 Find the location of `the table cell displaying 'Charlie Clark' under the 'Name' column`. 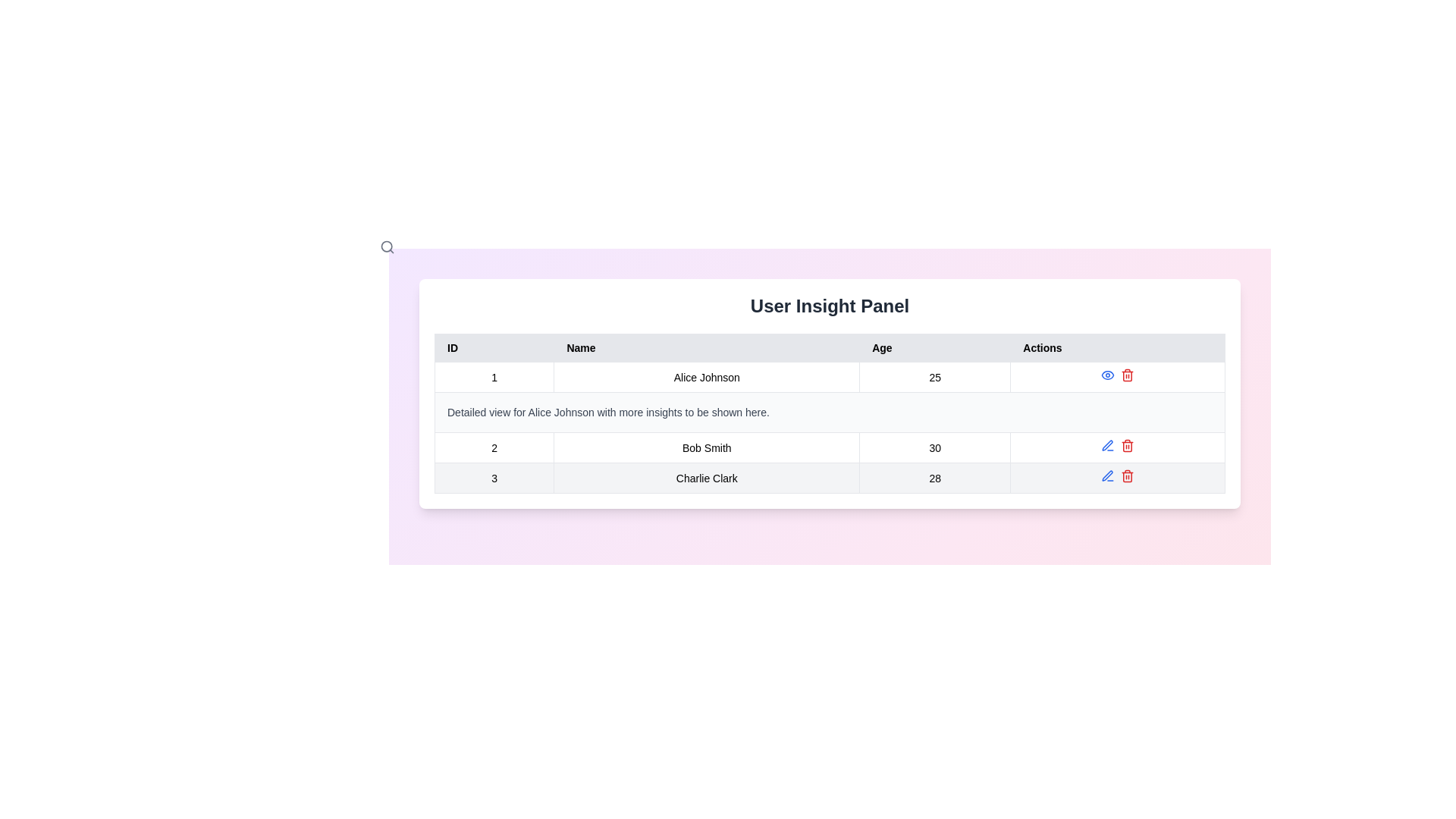

the table cell displaying 'Charlie Clark' under the 'Name' column is located at coordinates (705, 476).